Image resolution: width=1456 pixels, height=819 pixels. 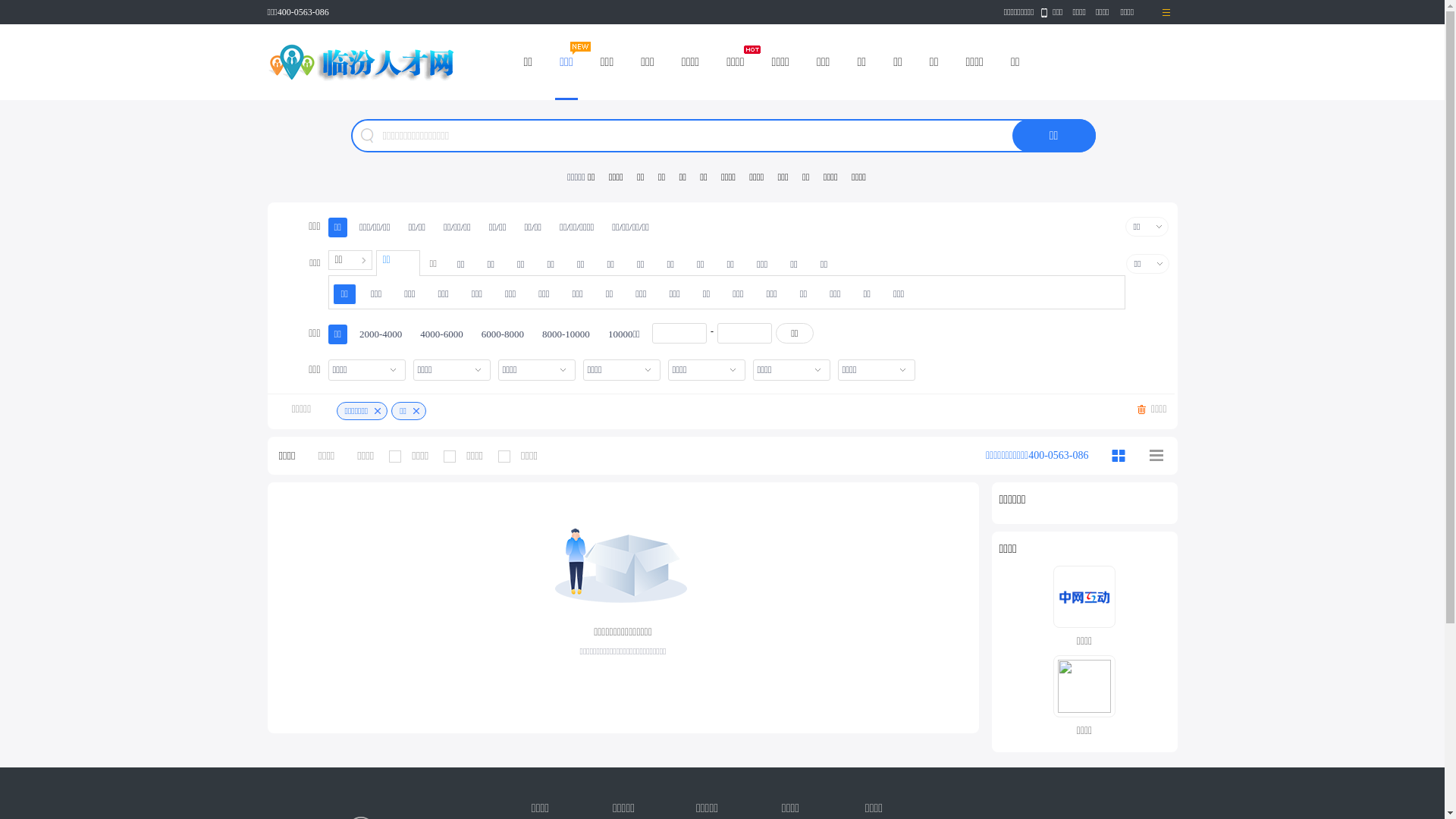 What do you see at coordinates (352, 333) in the screenshot?
I see `'2000-4000'` at bounding box center [352, 333].